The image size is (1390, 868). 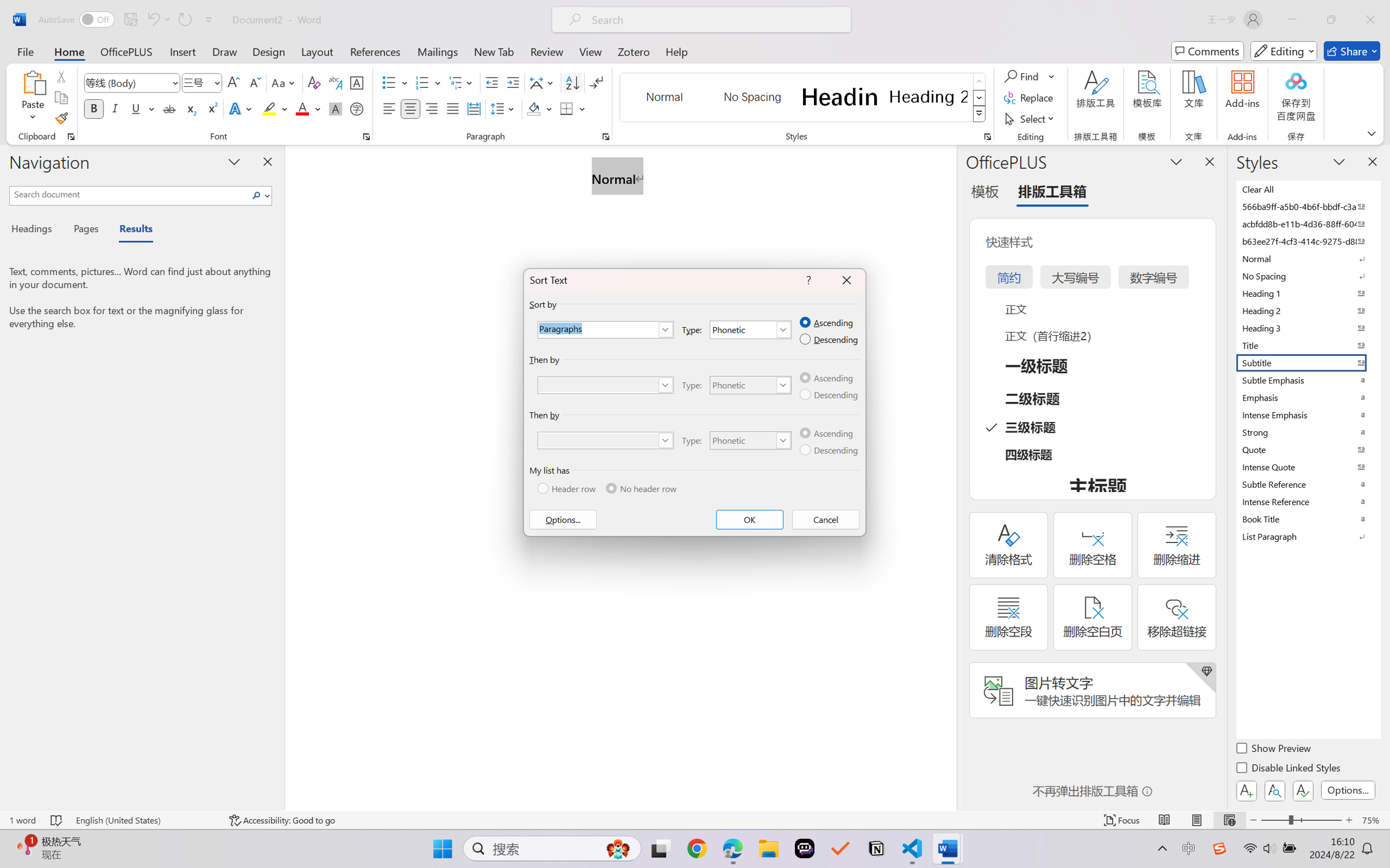 I want to click on 'Class: NetUIButton', so click(x=1303, y=790).